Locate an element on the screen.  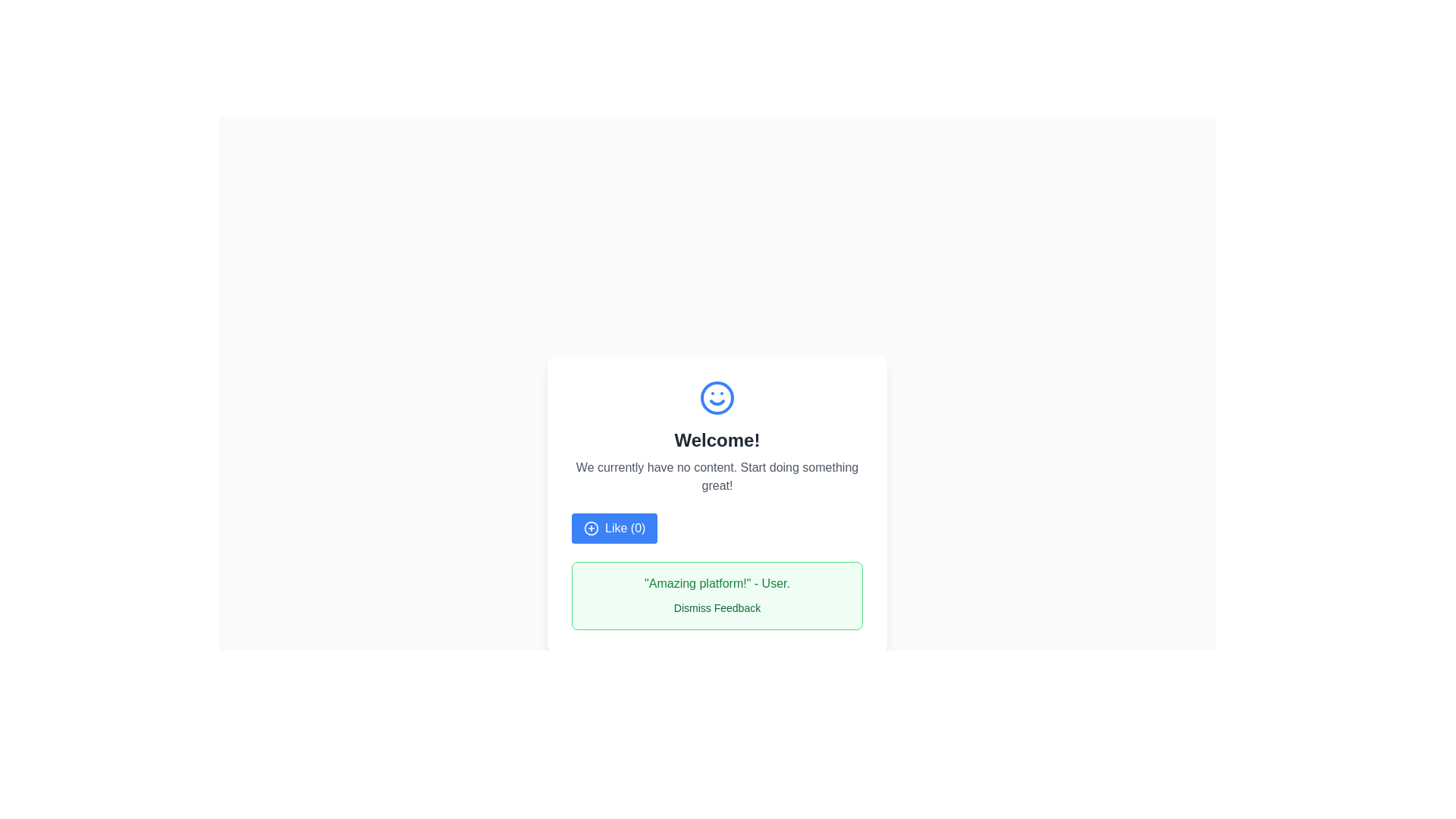
the testimonial text displaying '"Amazing platform!" - User.' styled with a green font on a light green background, located above the 'Dismiss Feedback' button is located at coordinates (716, 583).